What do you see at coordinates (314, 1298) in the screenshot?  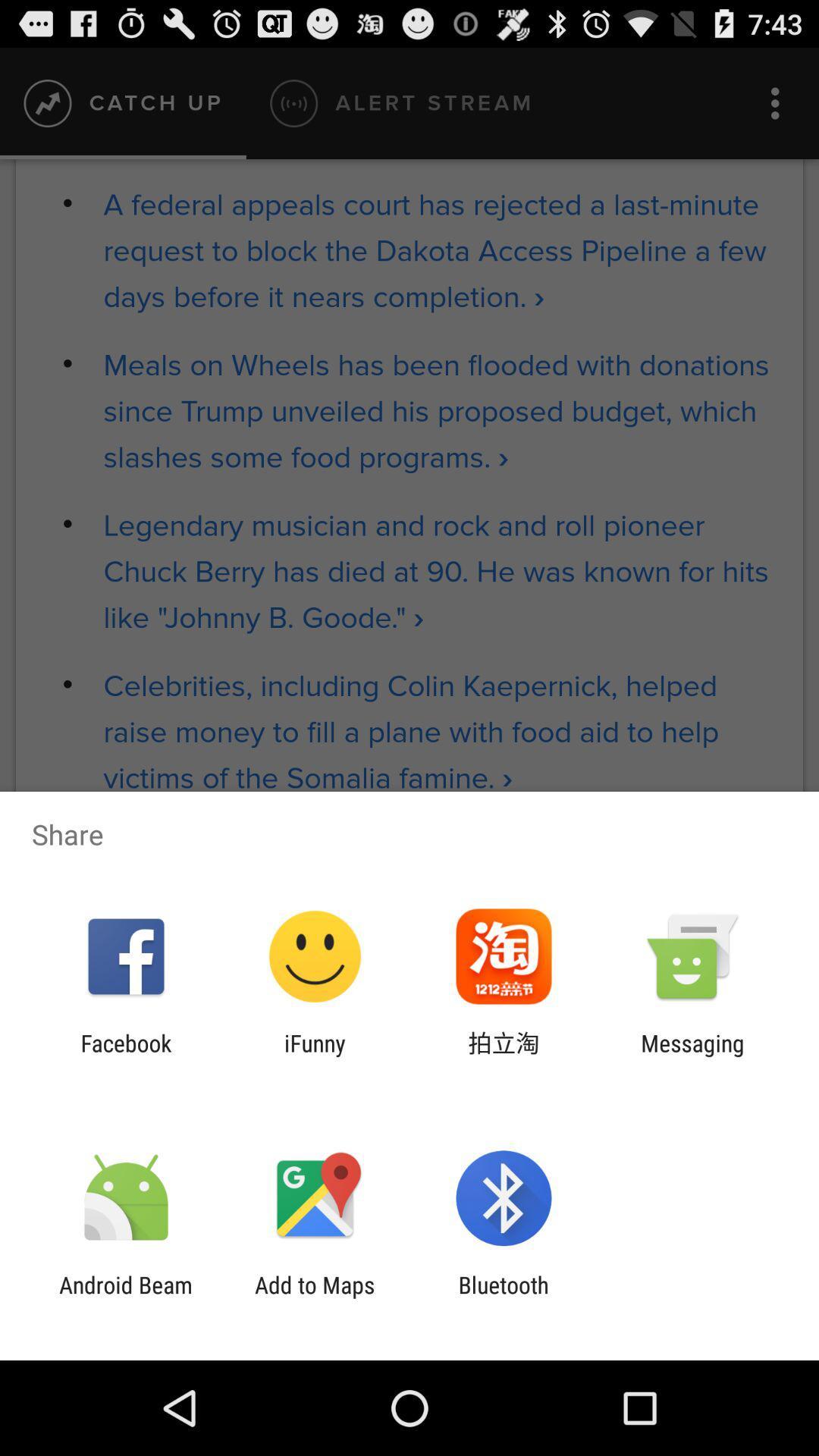 I see `the add to maps app` at bounding box center [314, 1298].